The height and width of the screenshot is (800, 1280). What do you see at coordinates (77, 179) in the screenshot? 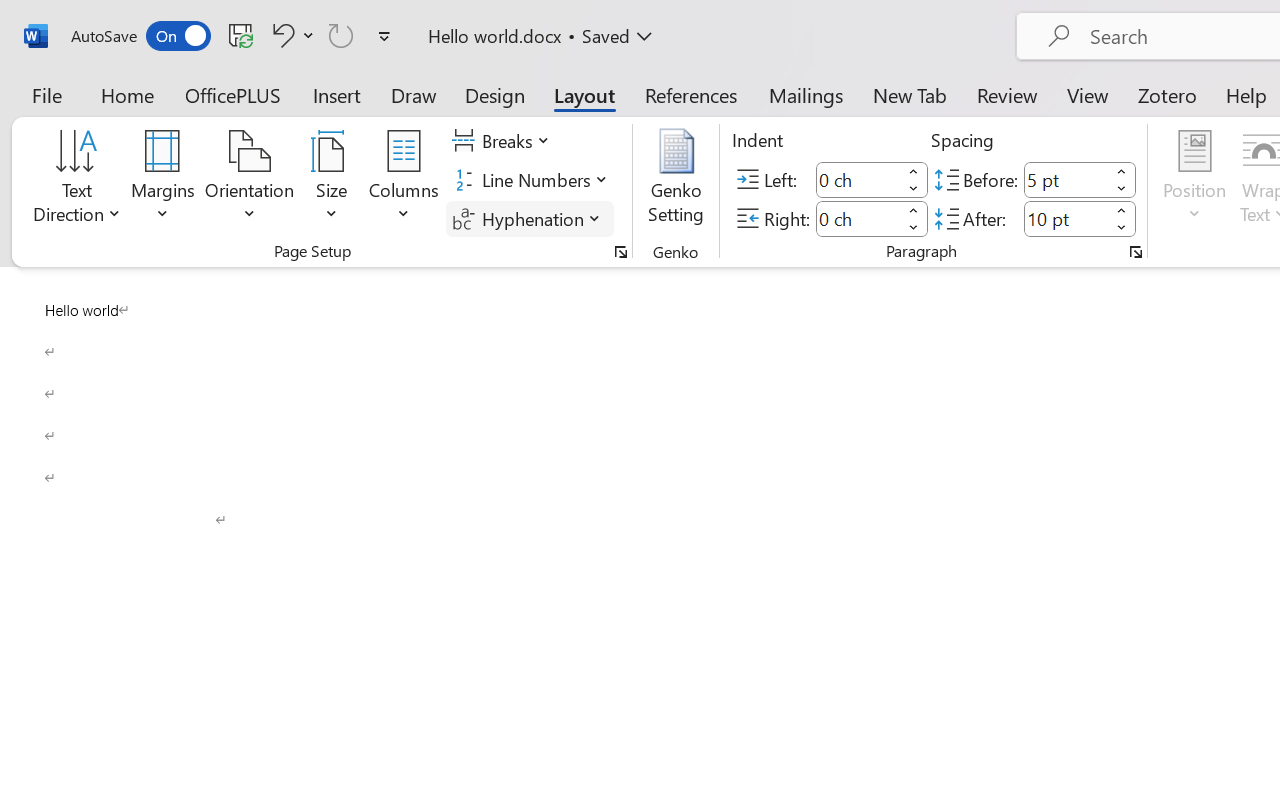
I see `'Text Direction'` at bounding box center [77, 179].